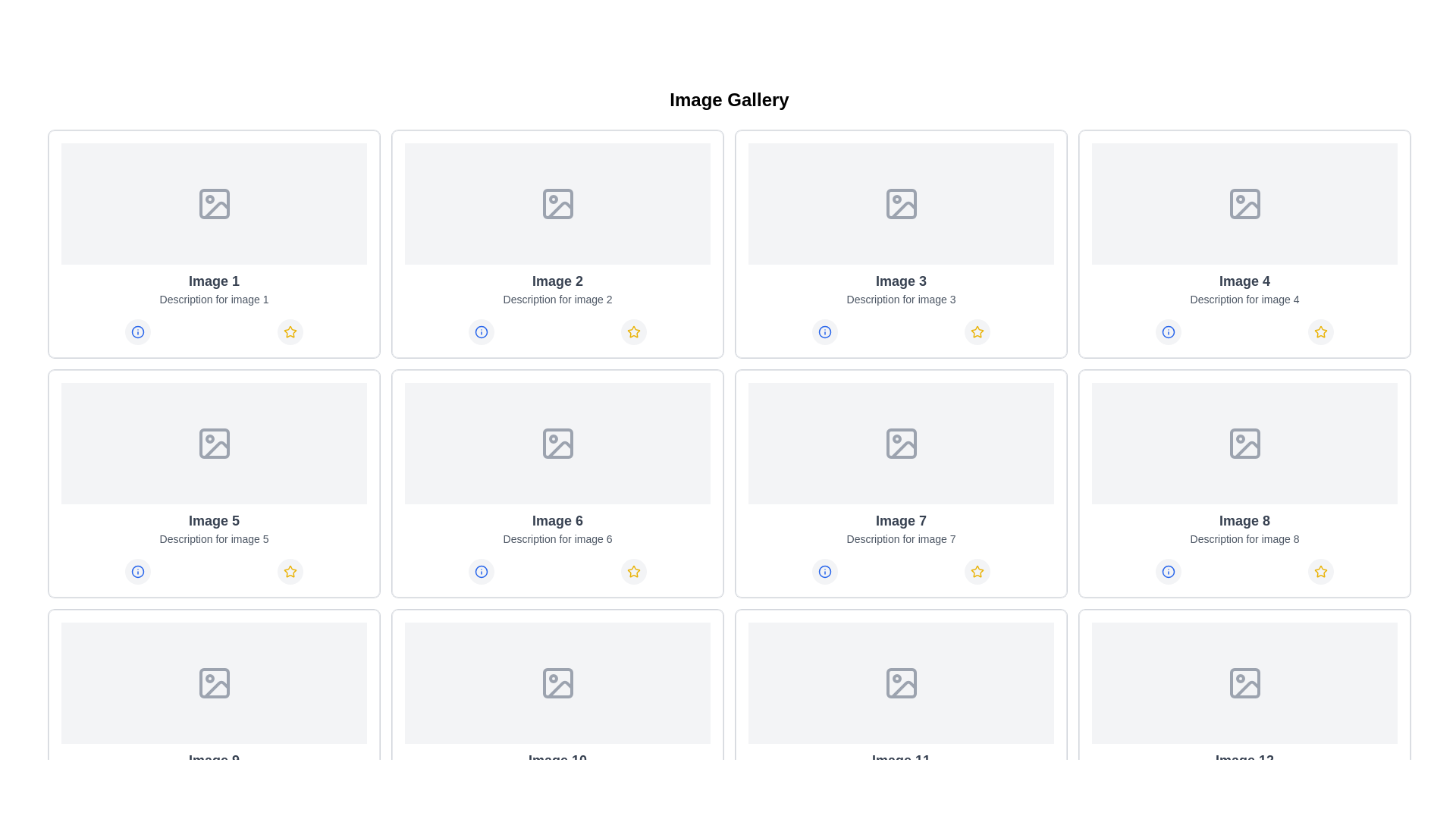 This screenshot has width=1456, height=819. Describe the element at coordinates (1244, 299) in the screenshot. I see `text element that displays 'Description for image 4', which is styled in gray and positioned below the title 'Image 4' in the fourth card of the grid layout` at that location.